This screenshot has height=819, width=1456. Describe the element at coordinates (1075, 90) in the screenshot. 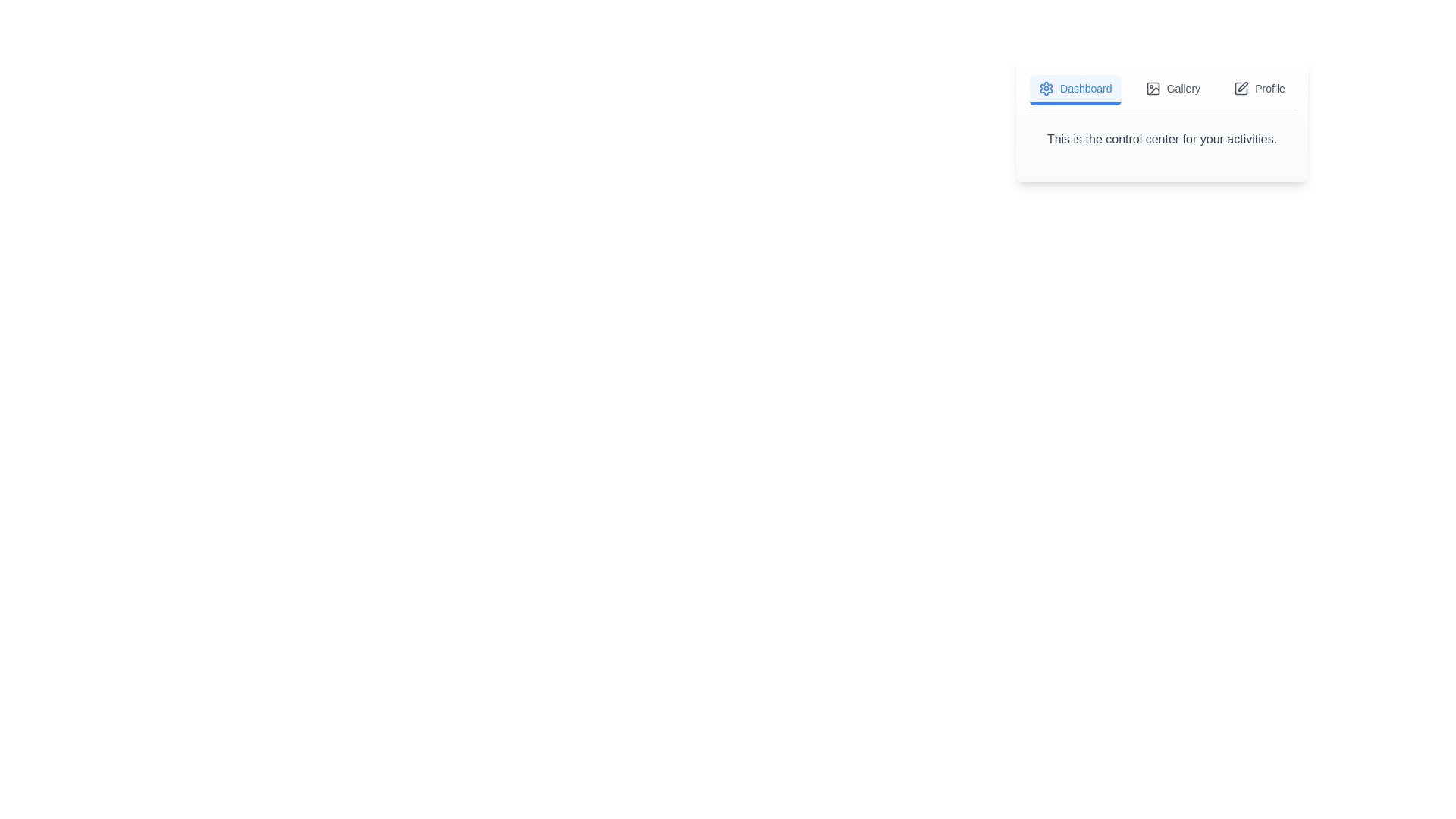

I see `the Dashboard tab` at that location.